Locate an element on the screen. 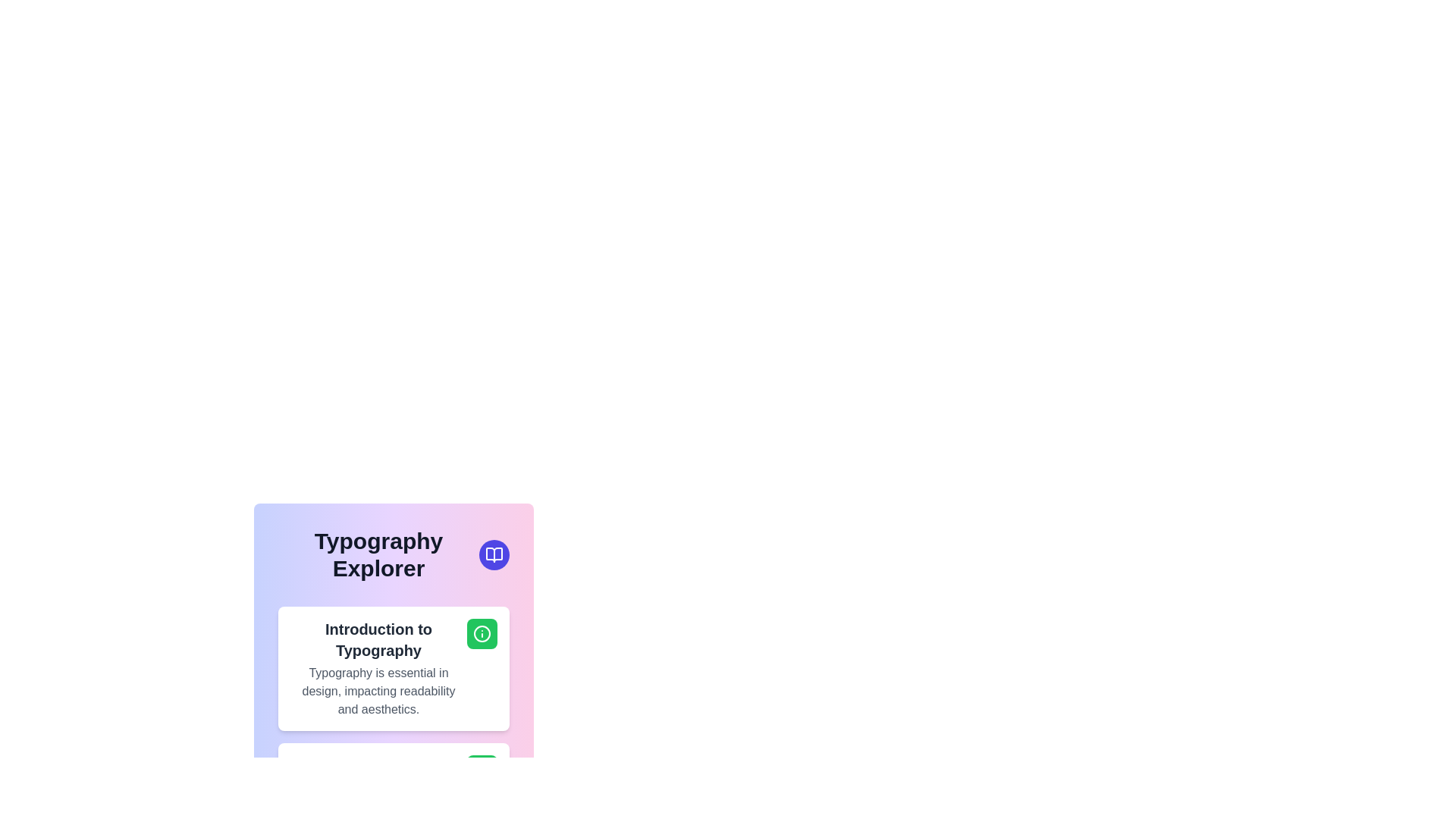  the interactive visual indicator icon located in the top-right corner of the 'Typography Explorer' card is located at coordinates (494, 555).